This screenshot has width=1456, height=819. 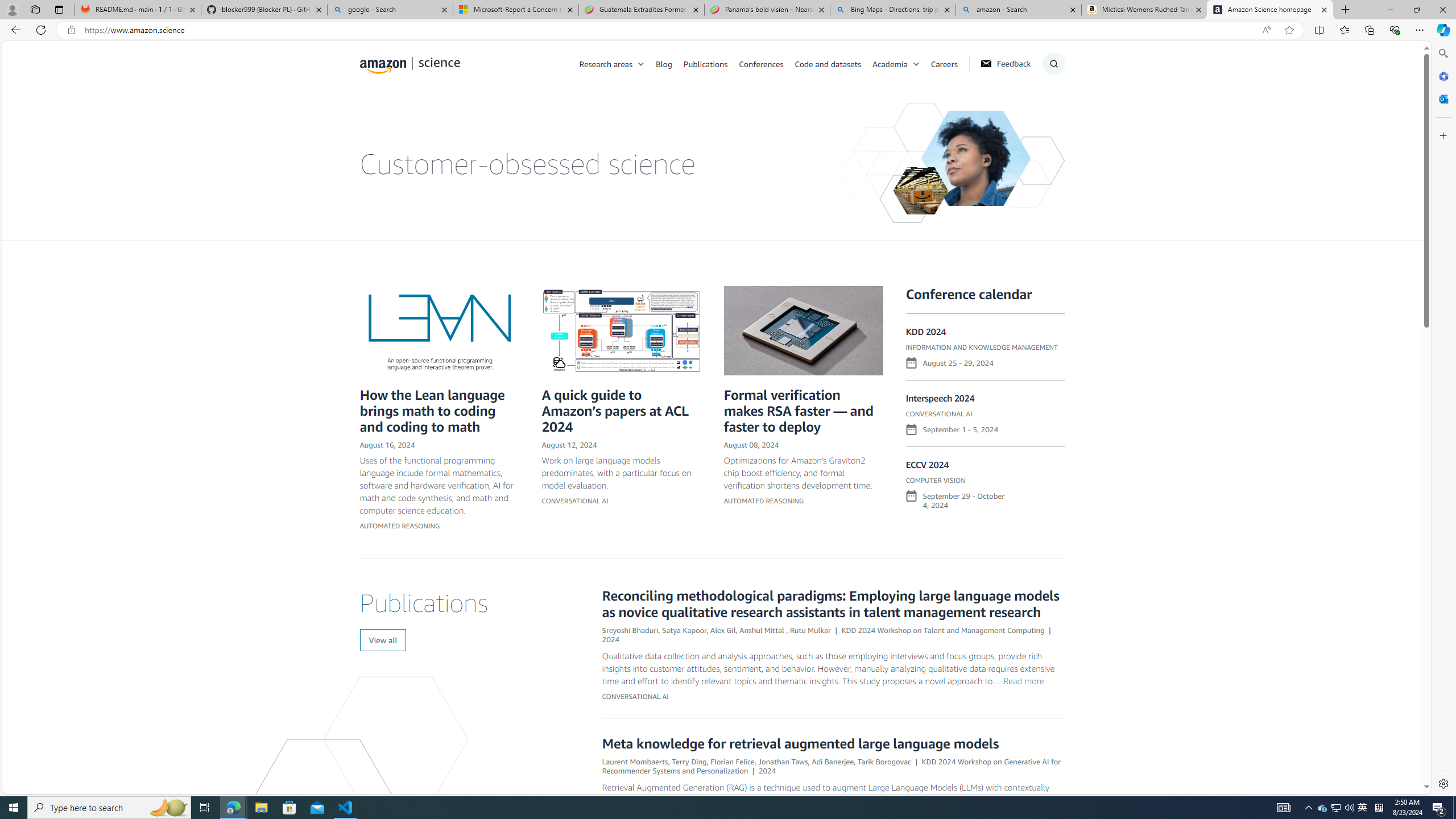 What do you see at coordinates (934, 479) in the screenshot?
I see `'COMPUTER VISION'` at bounding box center [934, 479].